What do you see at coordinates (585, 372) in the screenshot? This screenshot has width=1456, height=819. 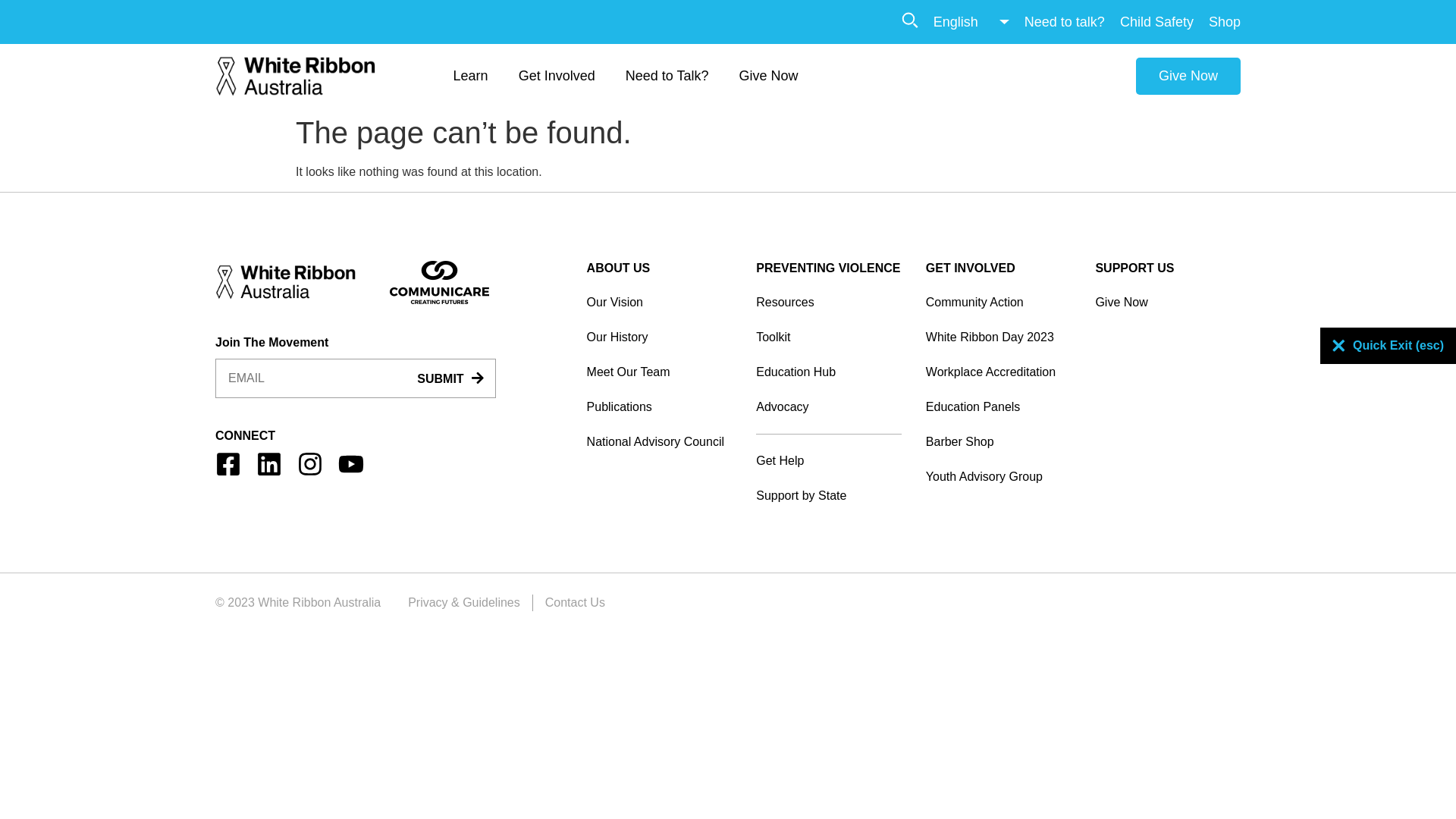 I see `'Meet Our Team'` at bounding box center [585, 372].